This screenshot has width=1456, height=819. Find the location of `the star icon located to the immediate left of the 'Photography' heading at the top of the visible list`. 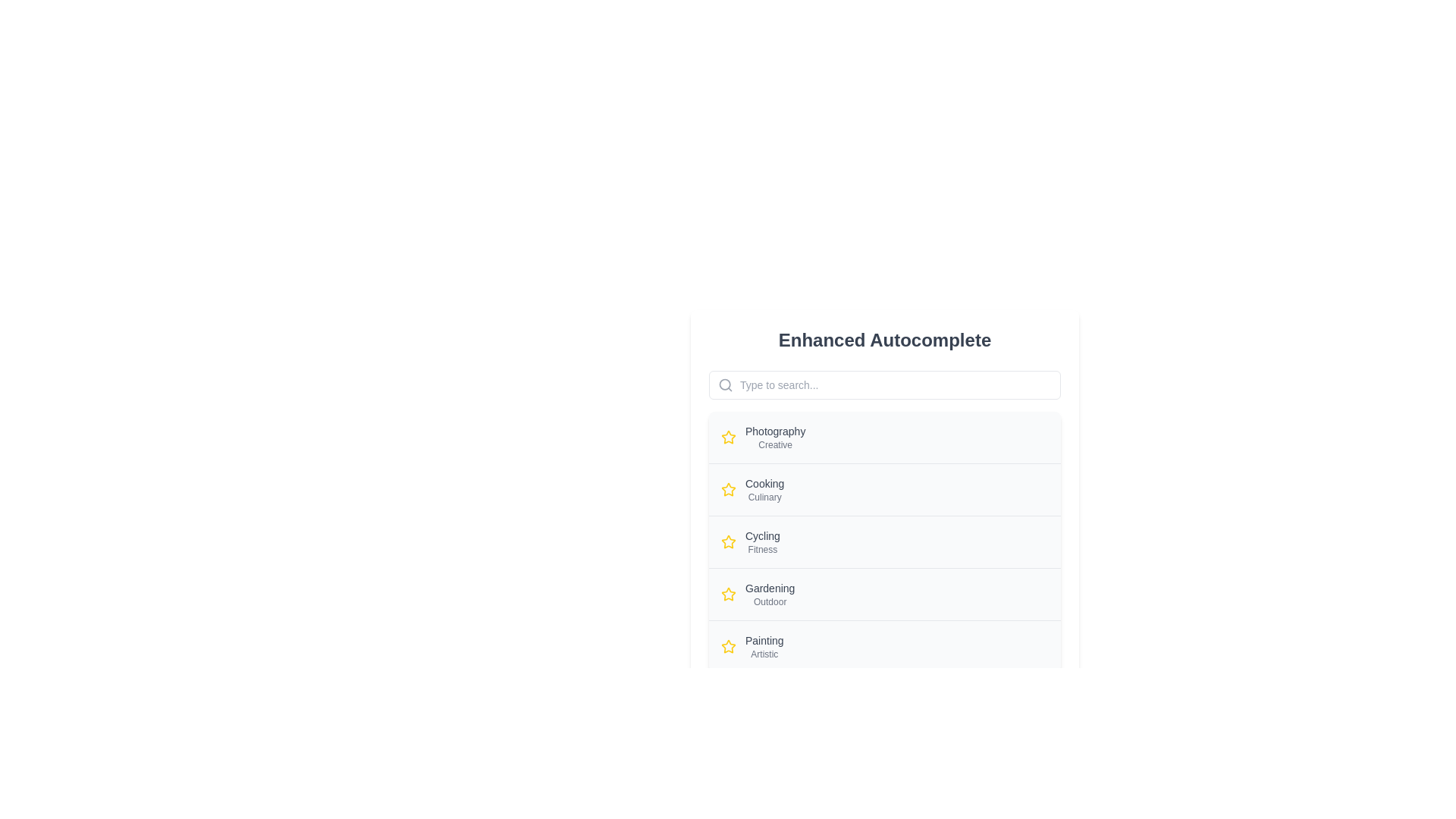

the star icon located to the immediate left of the 'Photography' heading at the top of the visible list is located at coordinates (728, 438).